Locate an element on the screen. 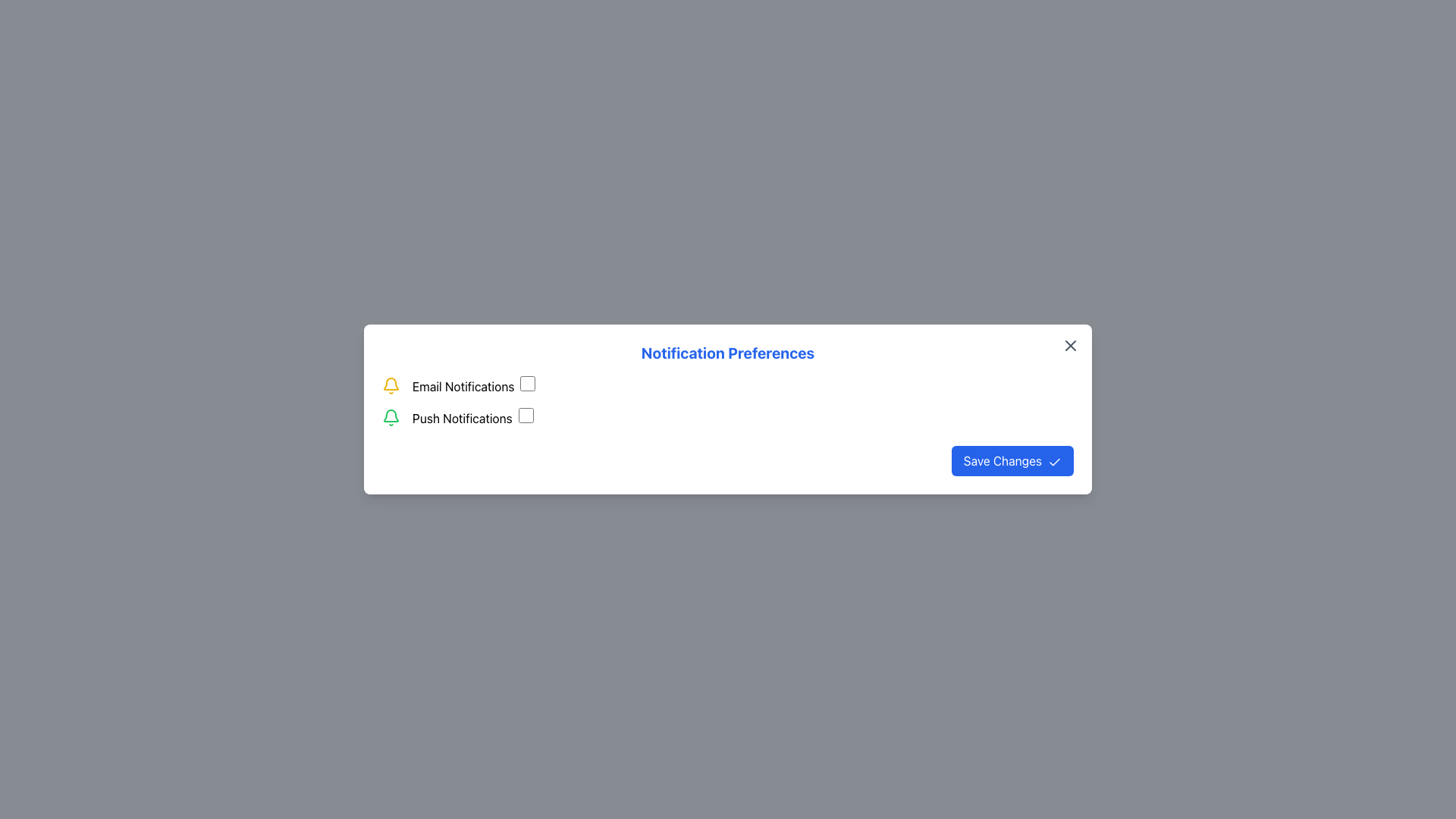  the bell icon that represents notifications, located to the left of the 'Email Notifications' label within the 'Notification Preferences' section is located at coordinates (391, 385).